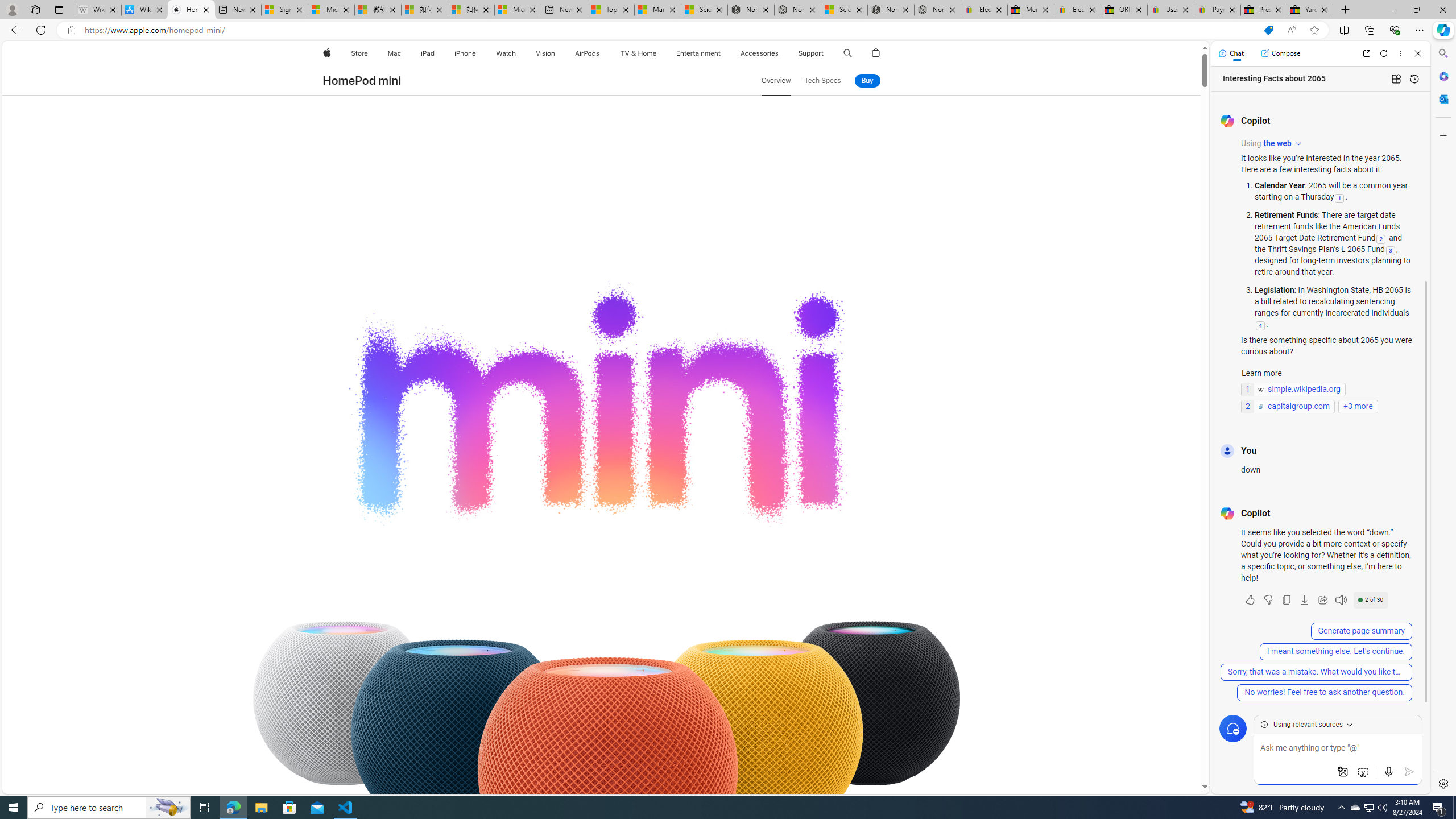  Describe the element at coordinates (601, 53) in the screenshot. I see `'AirPods menu'` at that location.